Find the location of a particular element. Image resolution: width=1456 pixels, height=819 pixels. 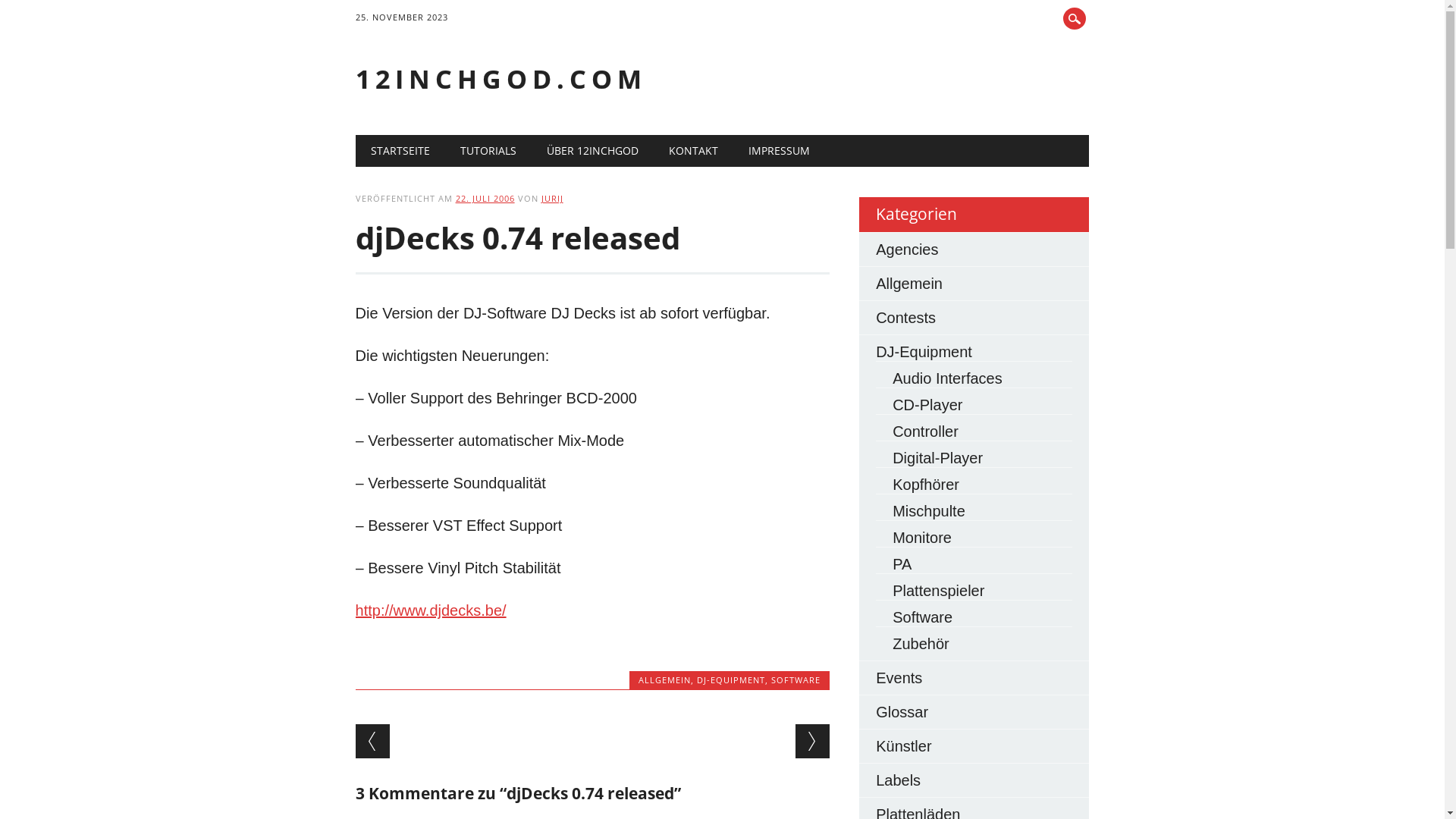

'ALLGEMEIN' is located at coordinates (664, 679).